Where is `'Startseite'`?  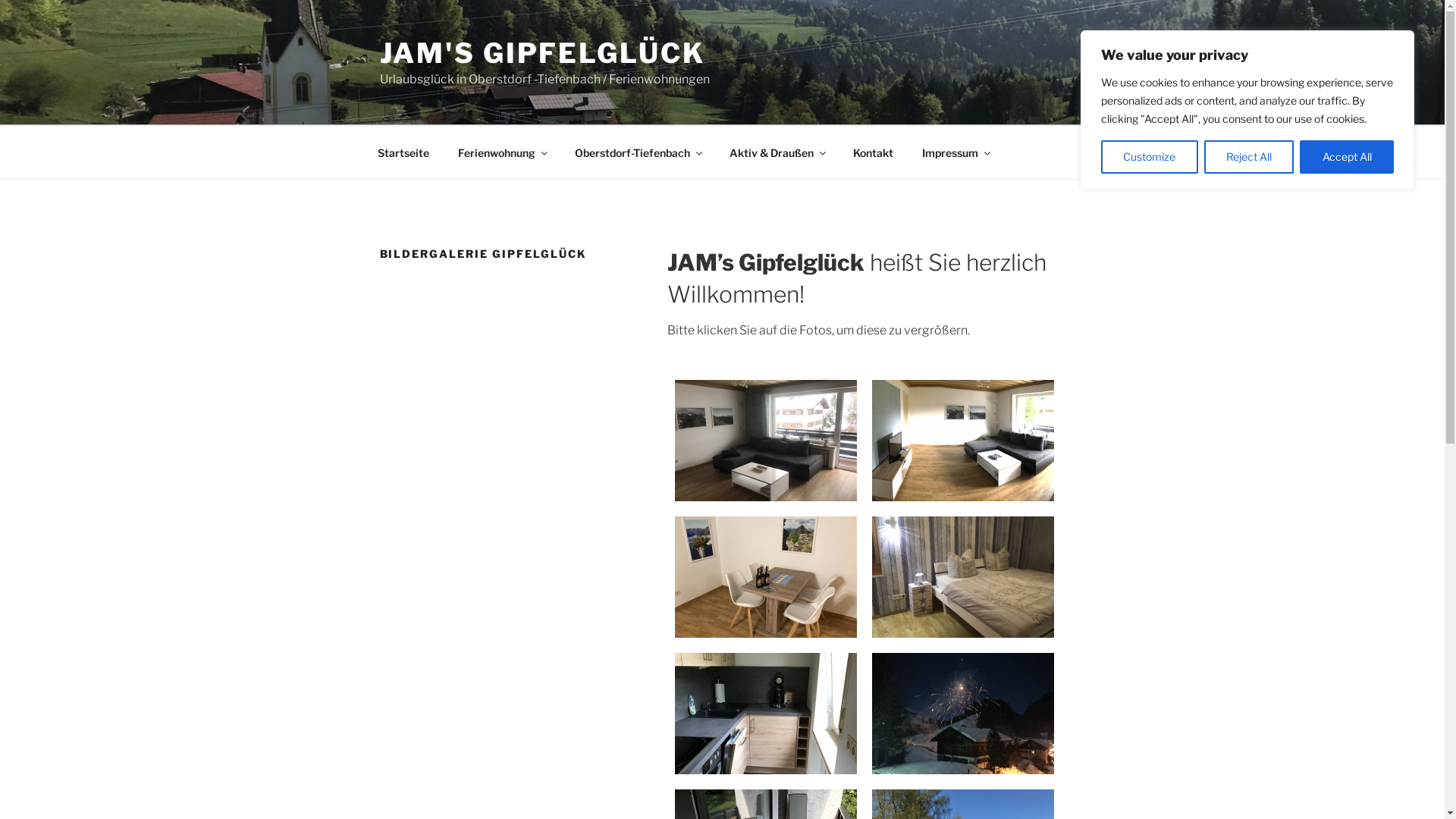
'Startseite' is located at coordinates (403, 152).